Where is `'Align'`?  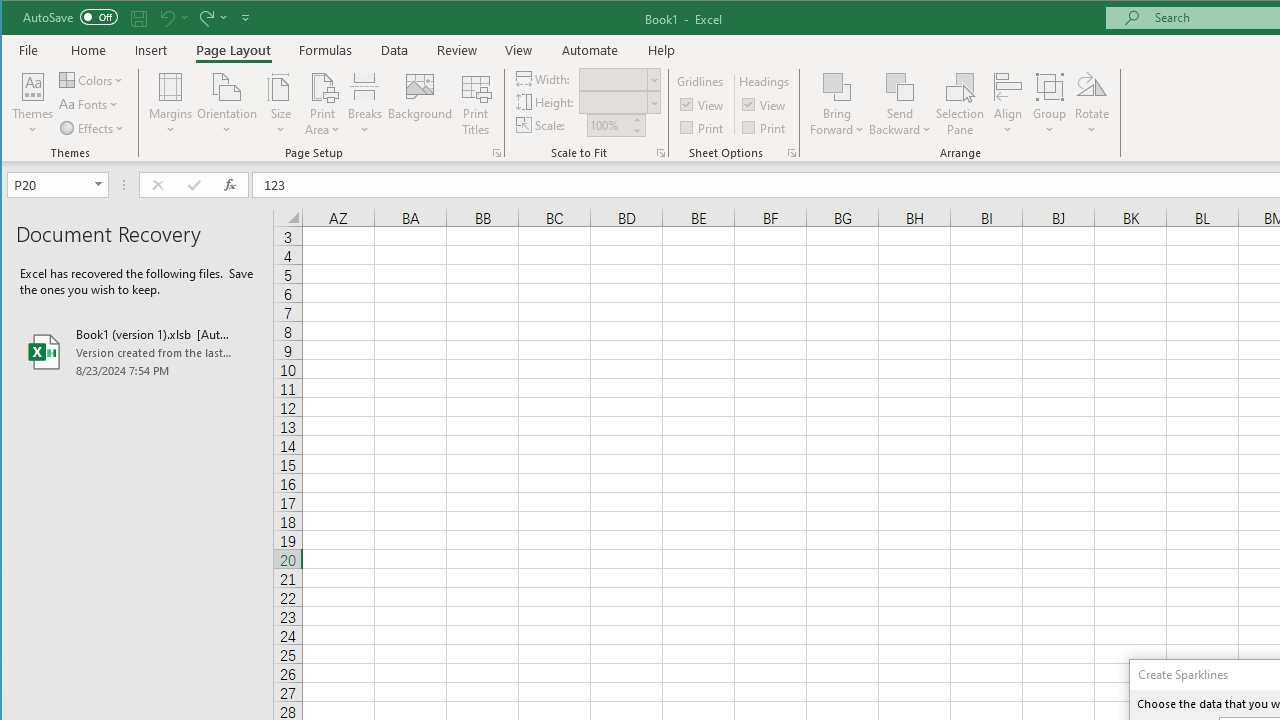
'Align' is located at coordinates (1008, 104).